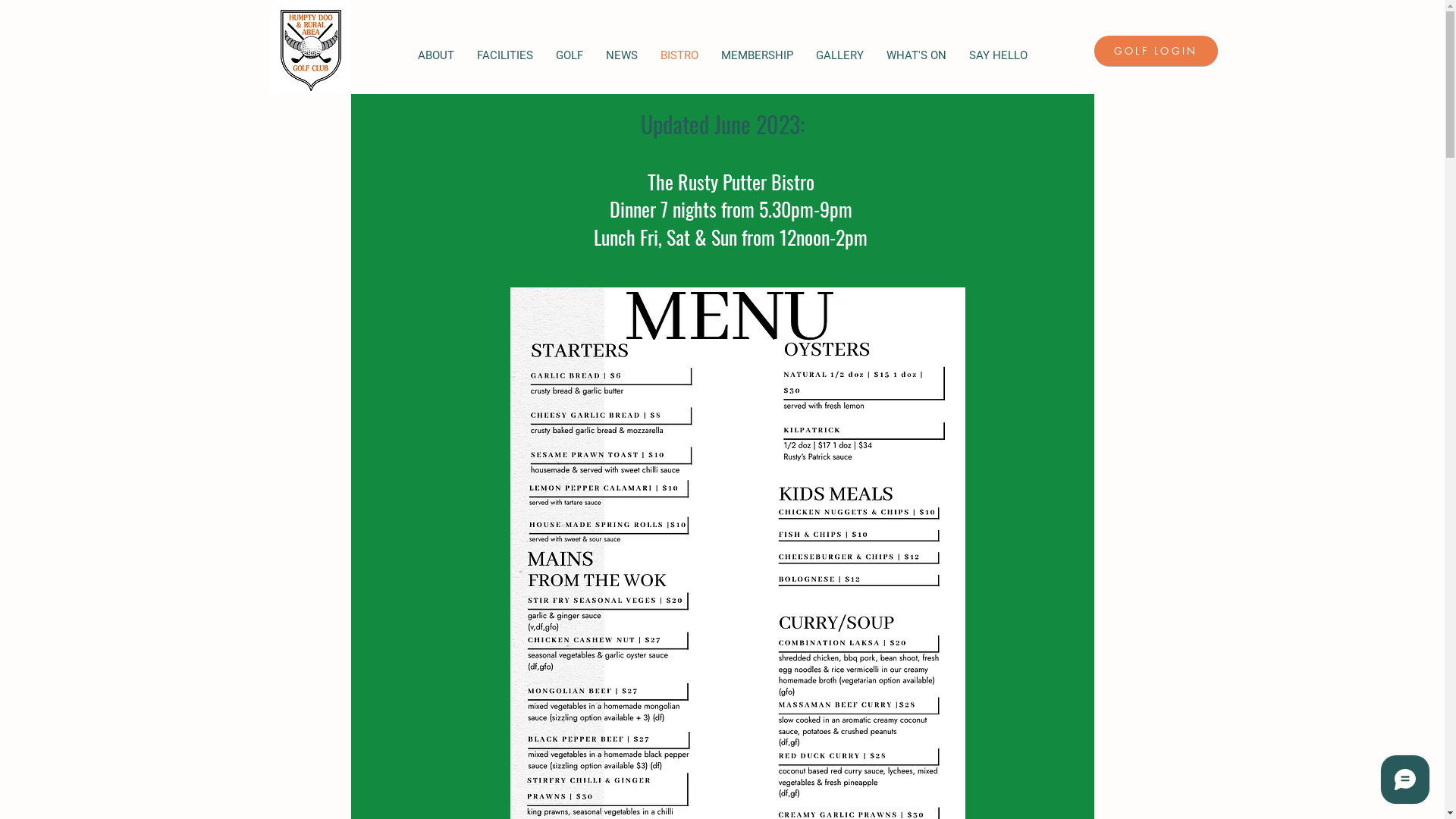 Image resolution: width=1456 pixels, height=819 pixels. What do you see at coordinates (1093, 49) in the screenshot?
I see `'GOLF LOGIN'` at bounding box center [1093, 49].